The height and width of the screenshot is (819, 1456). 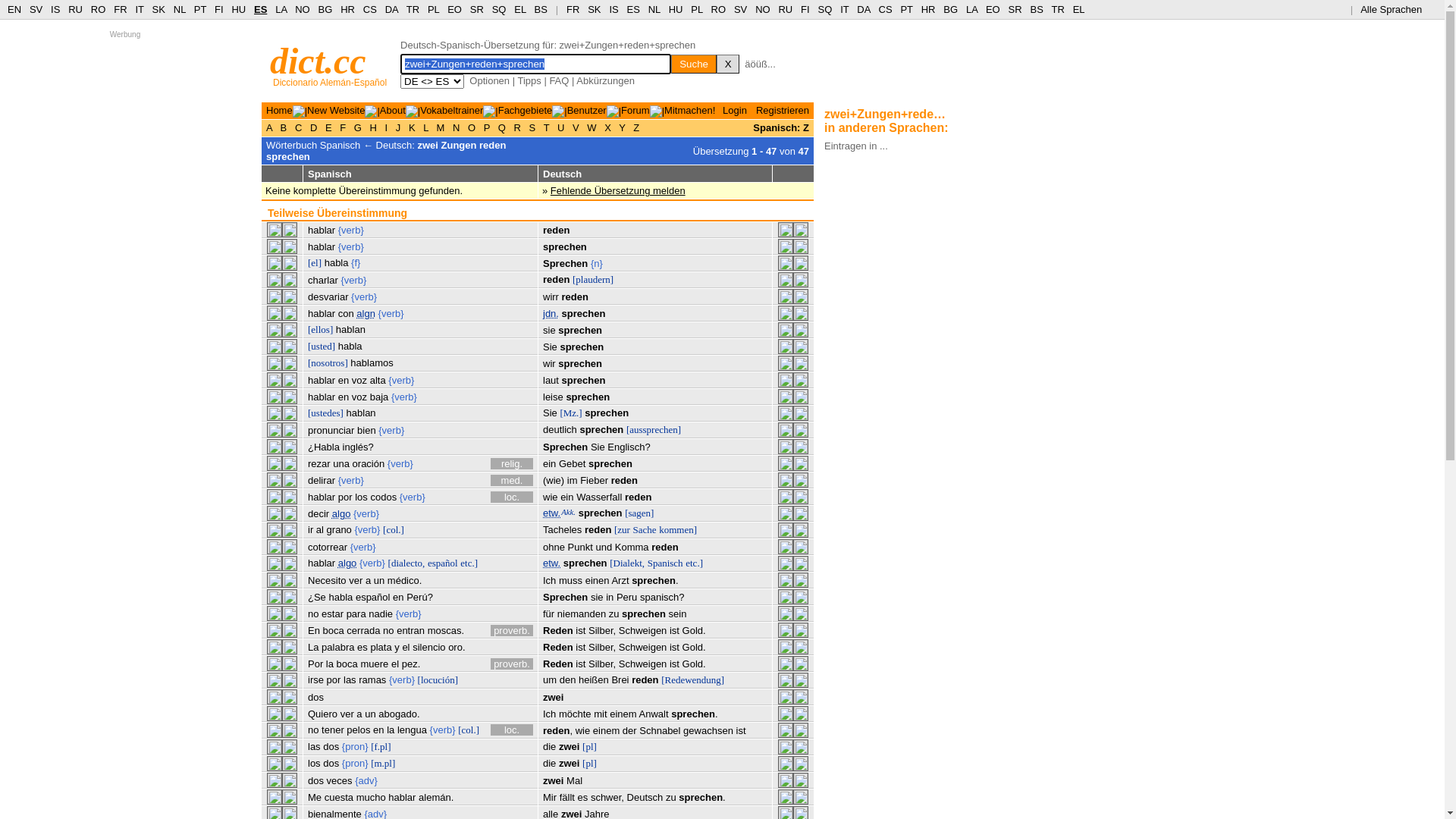 What do you see at coordinates (654, 429) in the screenshot?
I see `'[aussprechen]'` at bounding box center [654, 429].